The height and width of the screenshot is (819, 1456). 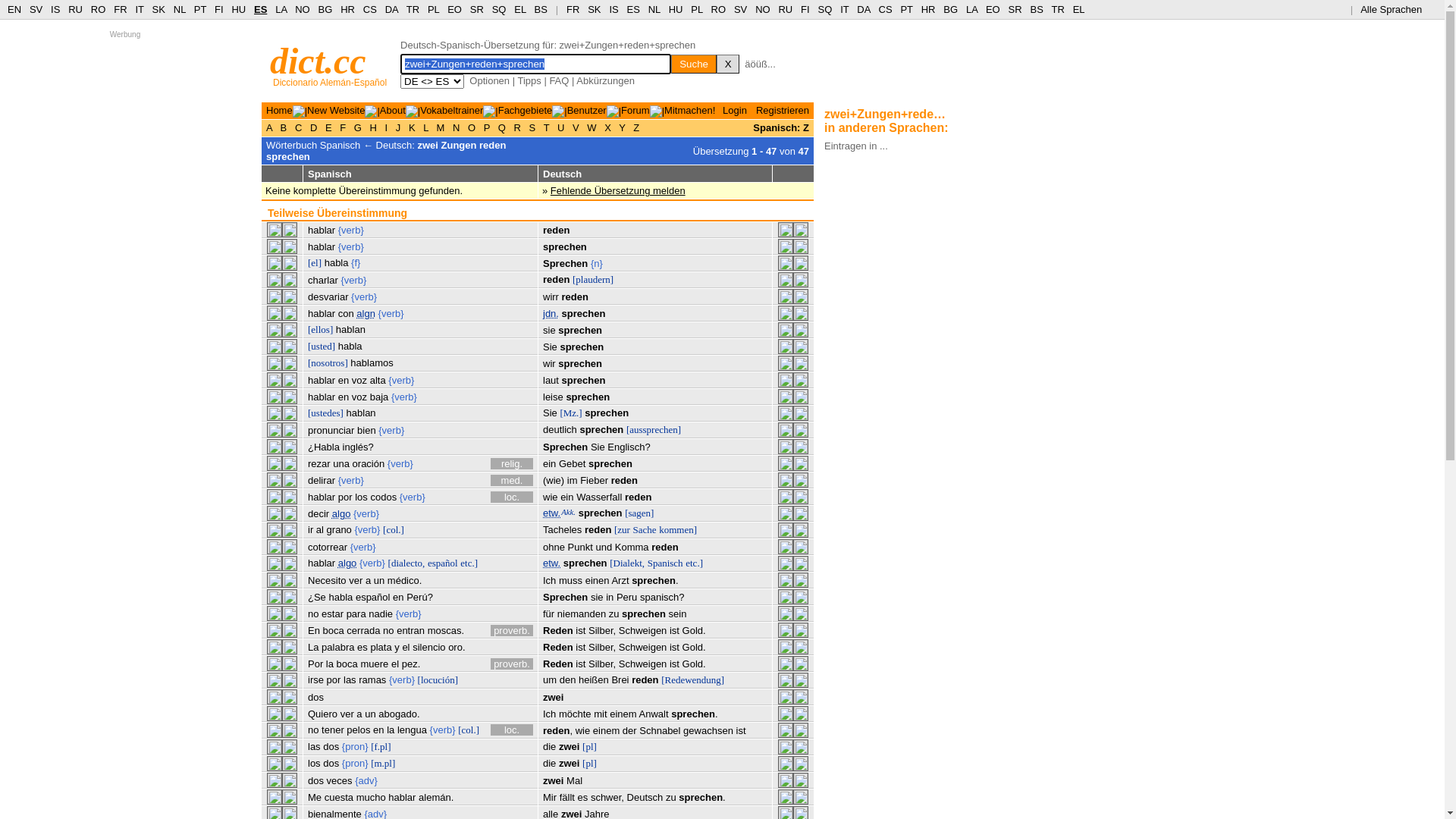 What do you see at coordinates (654, 429) in the screenshot?
I see `'[aussprechen]'` at bounding box center [654, 429].